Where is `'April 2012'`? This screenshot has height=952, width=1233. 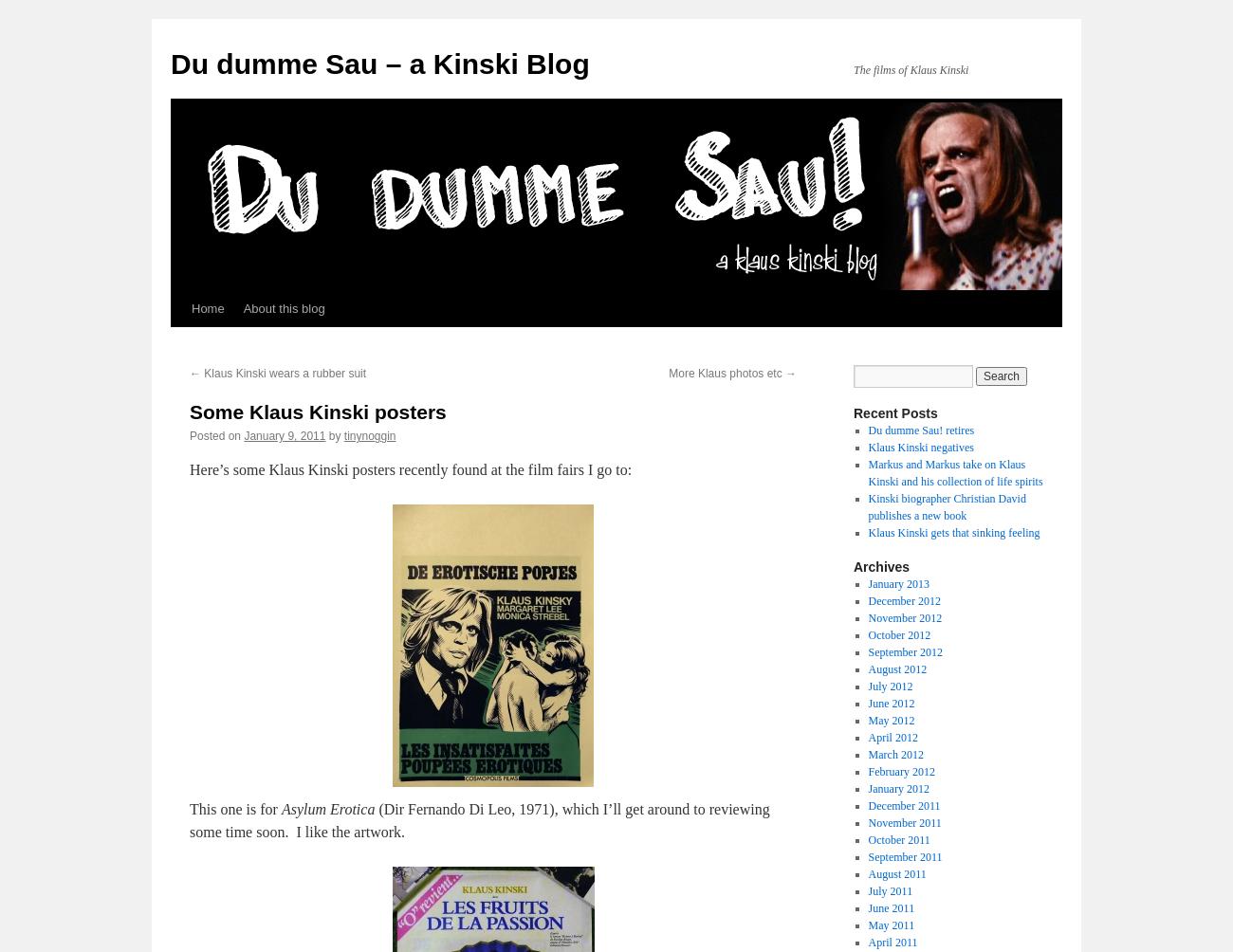 'April 2012' is located at coordinates (866, 737).